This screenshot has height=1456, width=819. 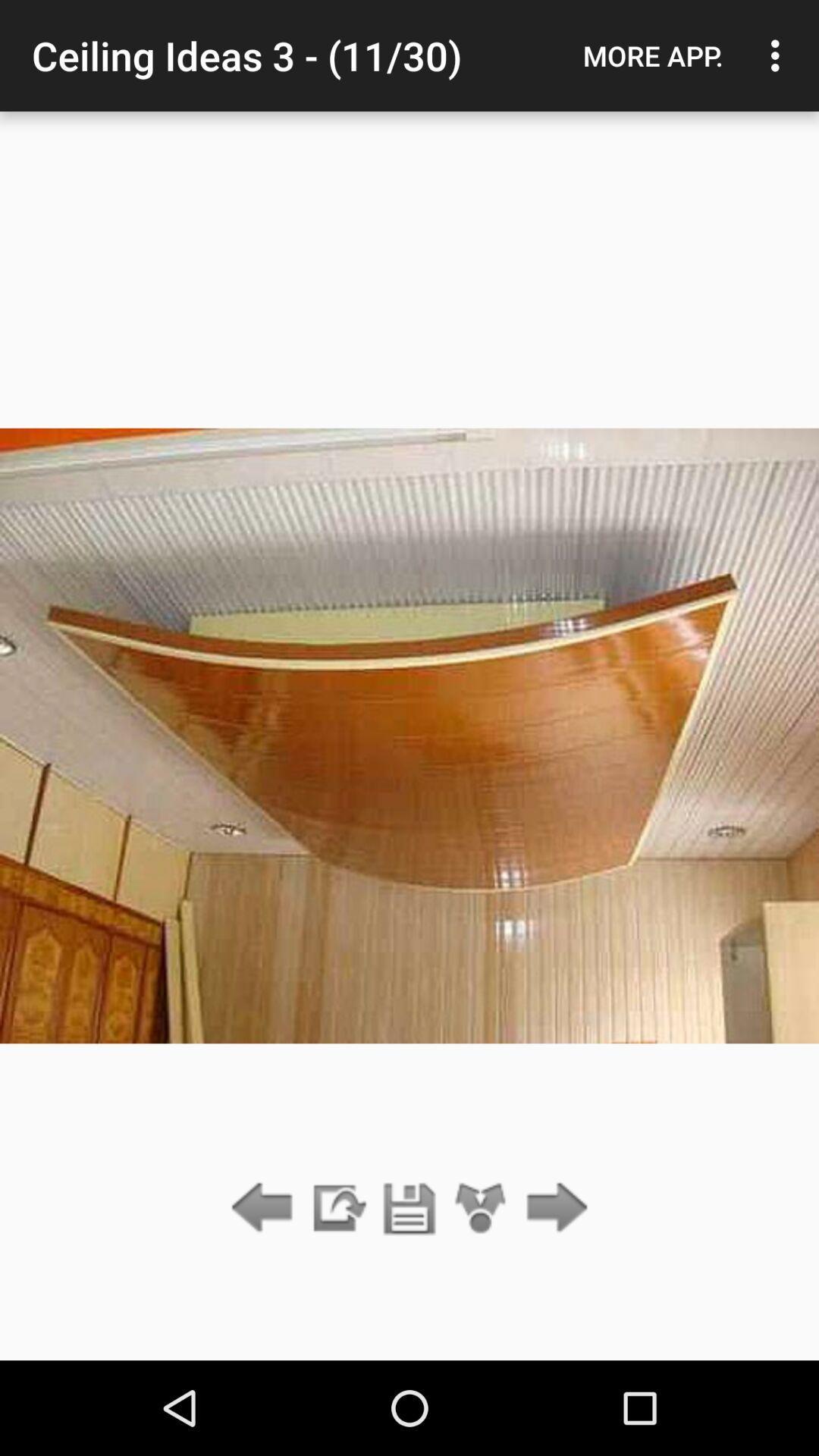 I want to click on icon next to the ceiling ideas 3, so click(x=652, y=55).